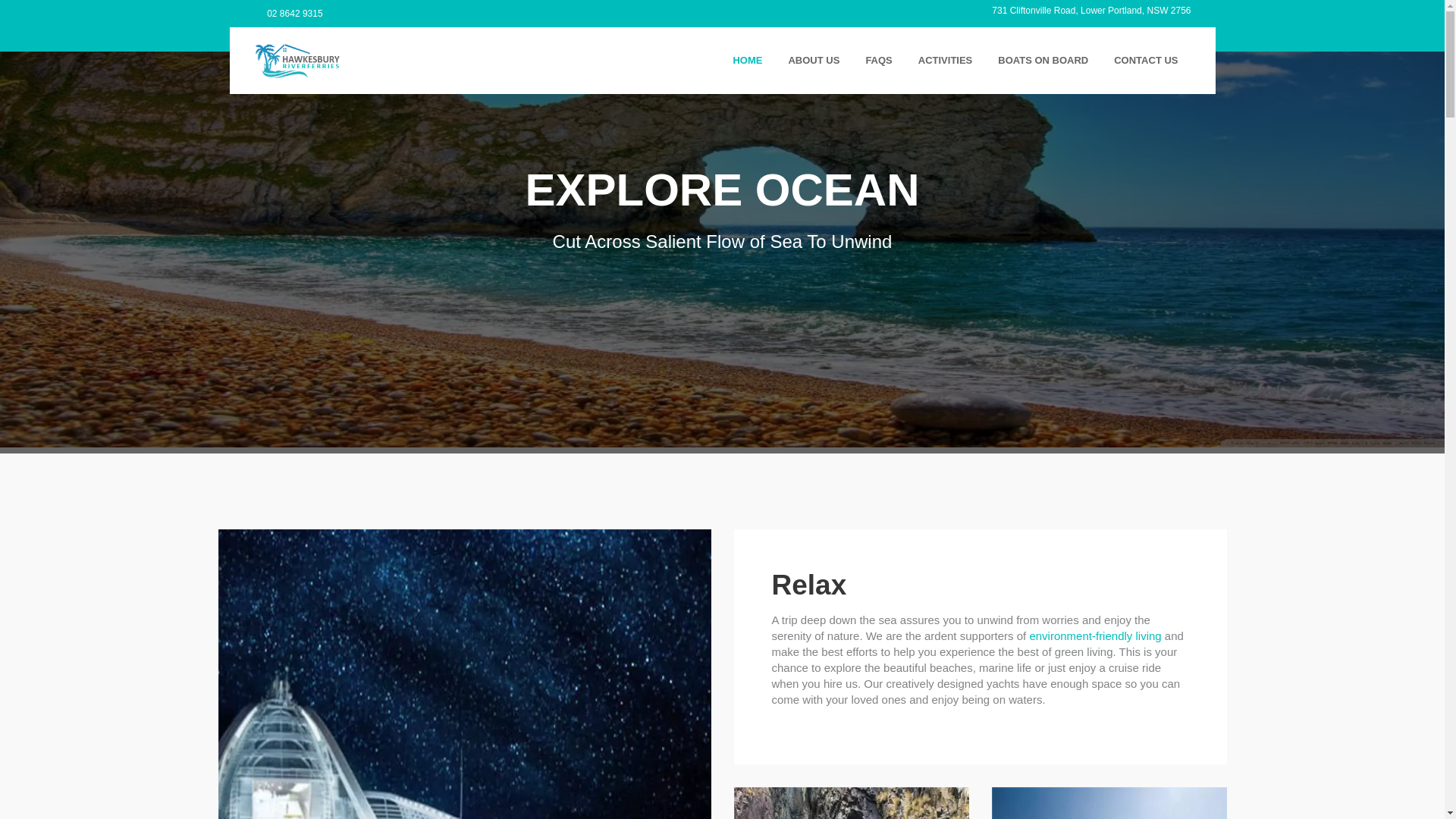 The height and width of the screenshot is (819, 1456). I want to click on 'FAQS', so click(878, 60).